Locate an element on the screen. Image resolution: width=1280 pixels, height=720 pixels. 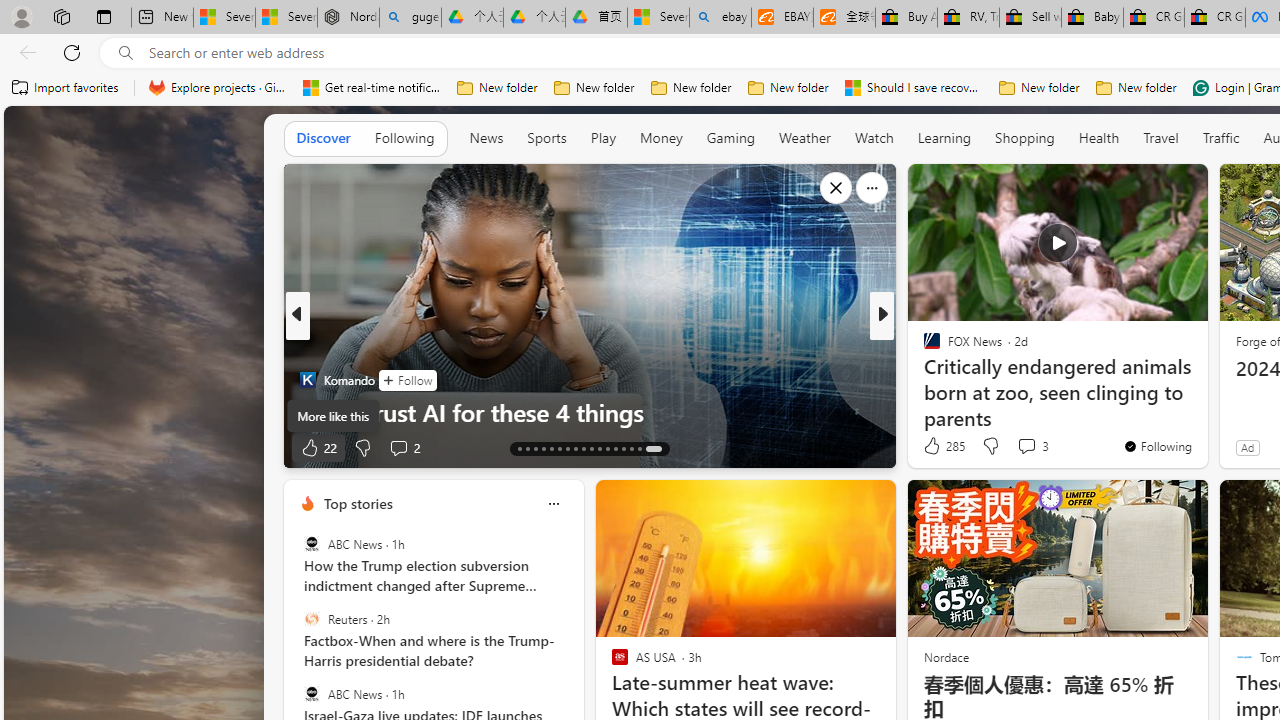
'Sports' is located at coordinates (547, 136).